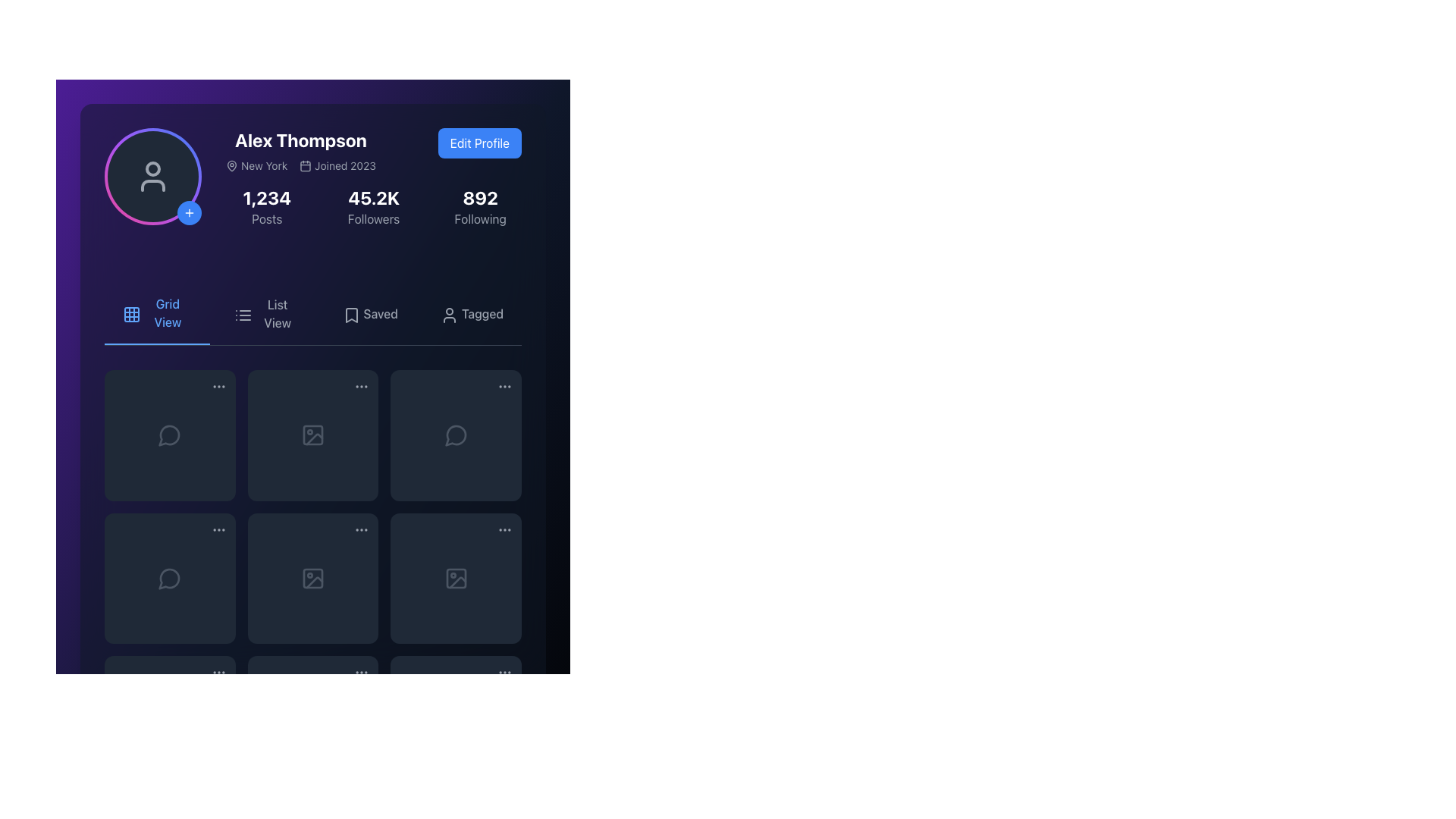 The height and width of the screenshot is (819, 1456). Describe the element at coordinates (170, 435) in the screenshot. I see `the circular speech bubble icon in the top-left cell of the grid` at that location.